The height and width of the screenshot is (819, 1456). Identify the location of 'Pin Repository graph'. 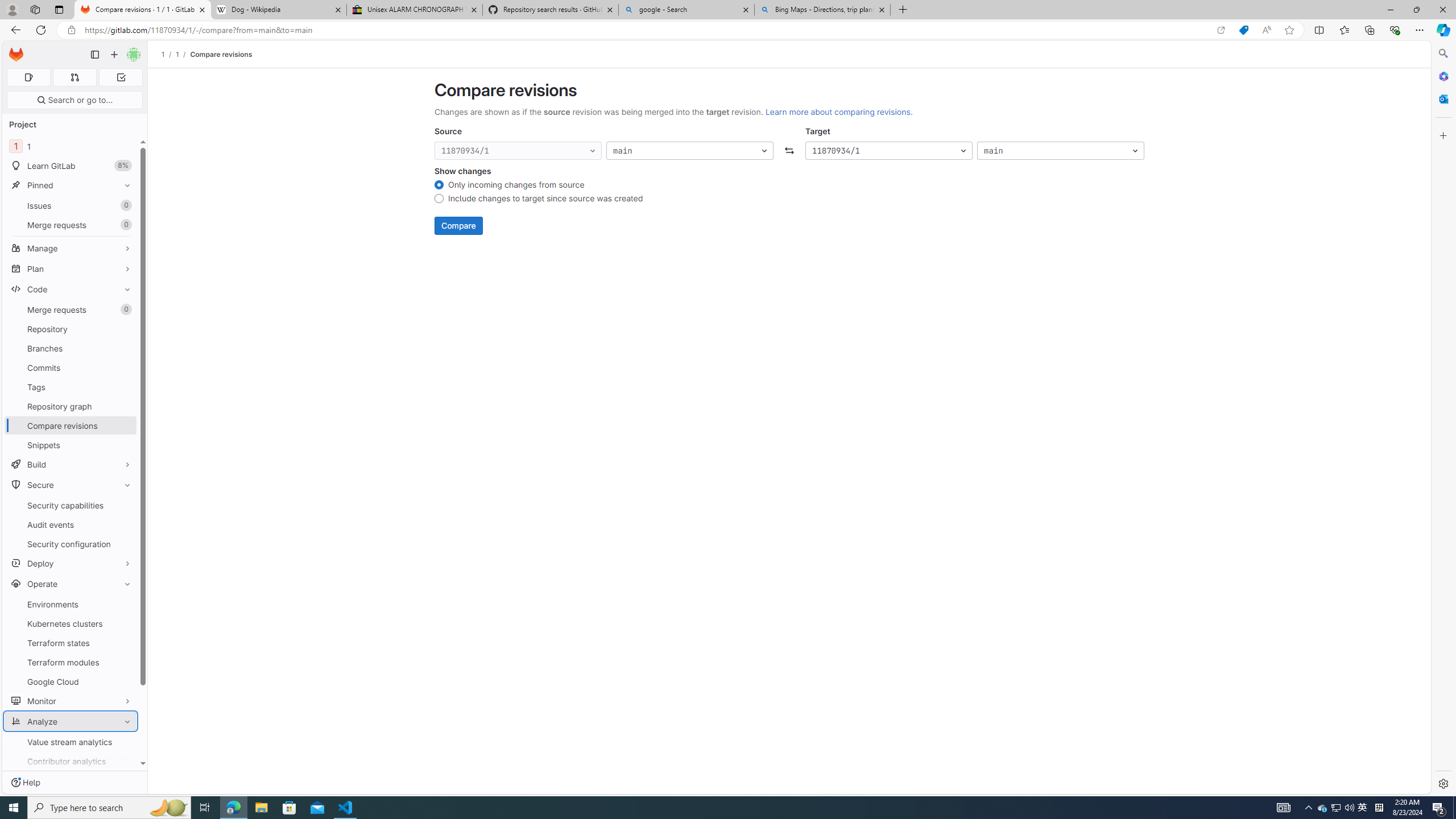
(125, 406).